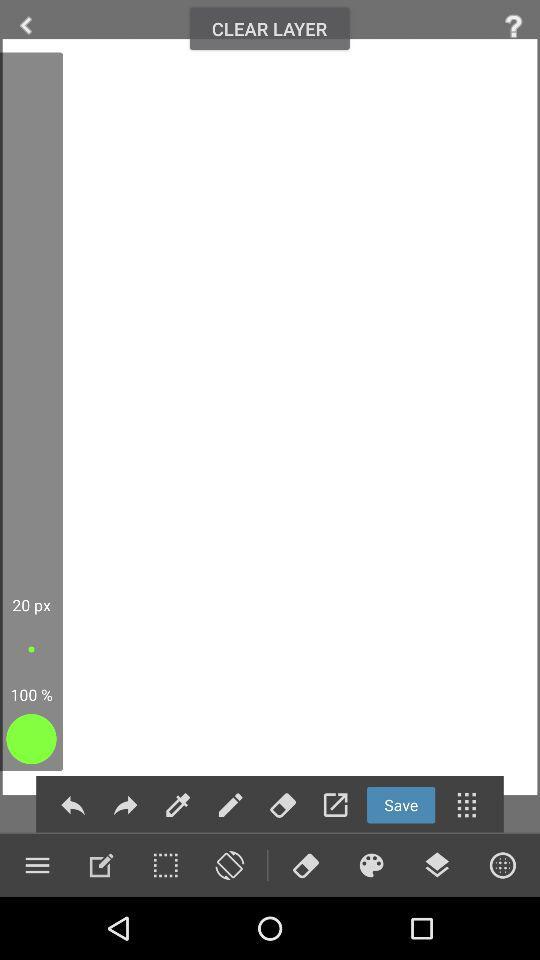  What do you see at coordinates (305, 864) in the screenshot?
I see `erase button` at bounding box center [305, 864].